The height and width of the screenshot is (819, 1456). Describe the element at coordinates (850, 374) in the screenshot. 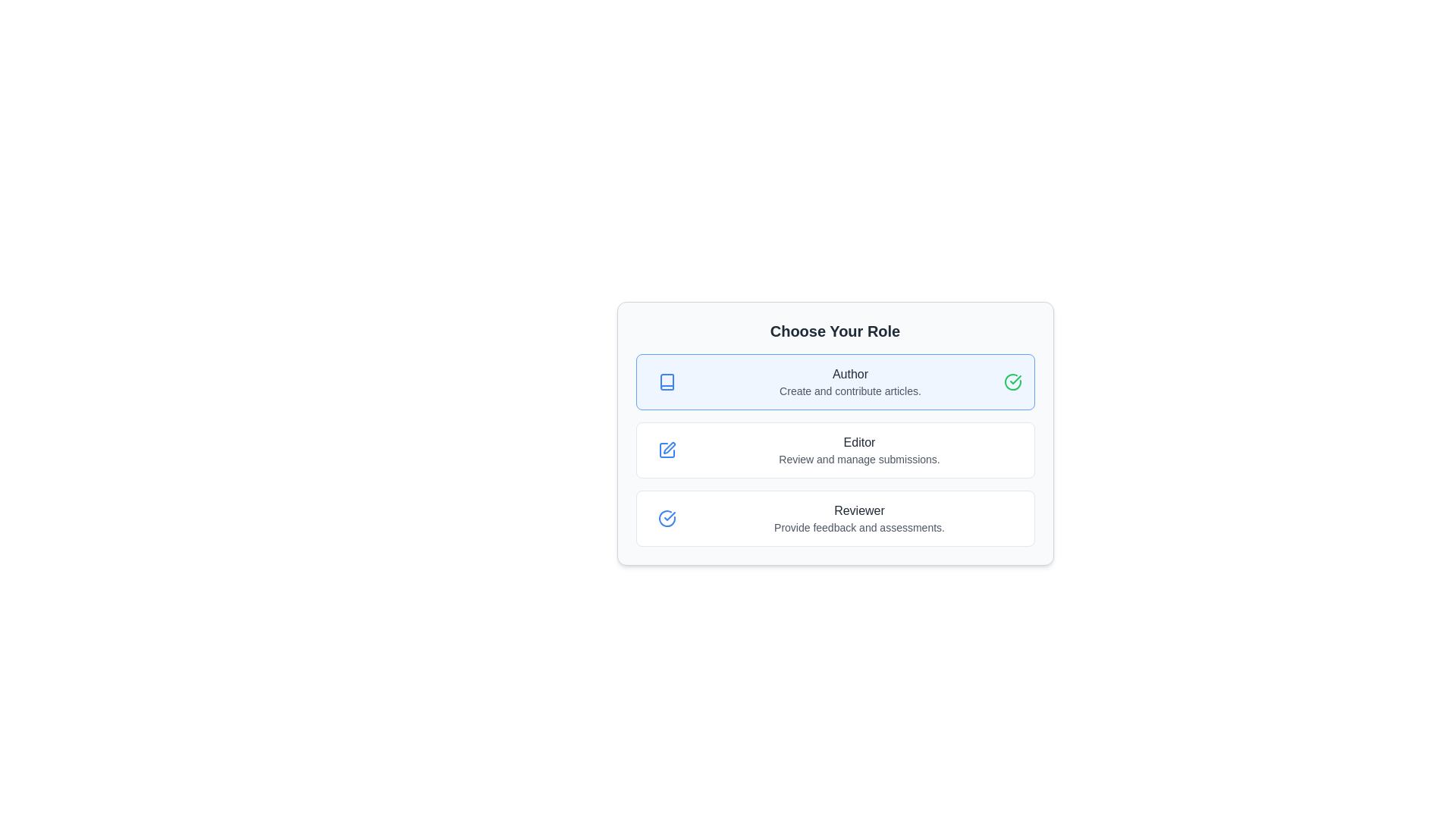

I see `the 'Author' text label, which serves as a header for the first selectable role option in the interface, located above the descriptive text 'Create and contribute articles.'` at that location.